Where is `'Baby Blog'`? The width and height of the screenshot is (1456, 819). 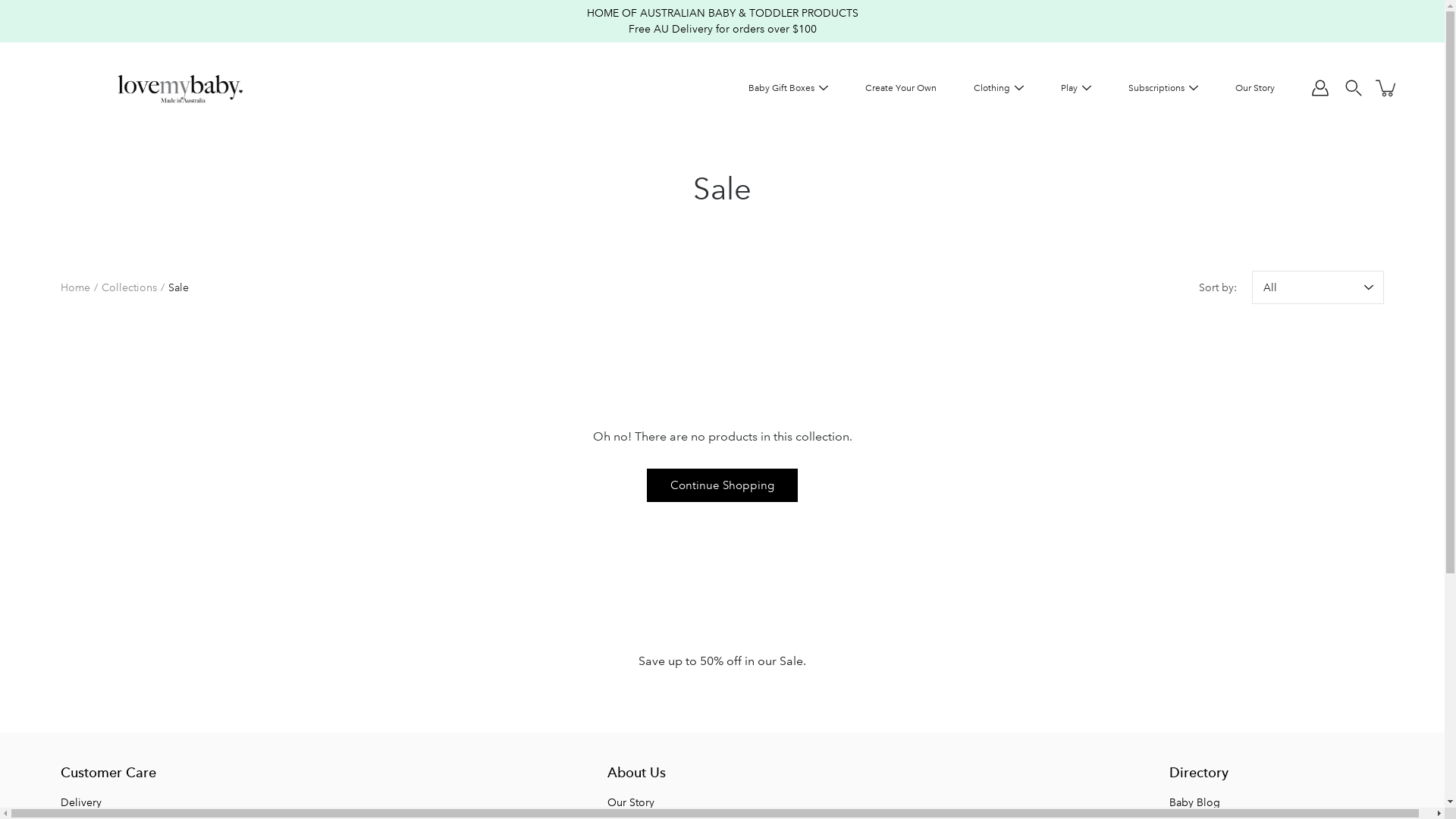
'Baby Blog' is located at coordinates (1194, 801).